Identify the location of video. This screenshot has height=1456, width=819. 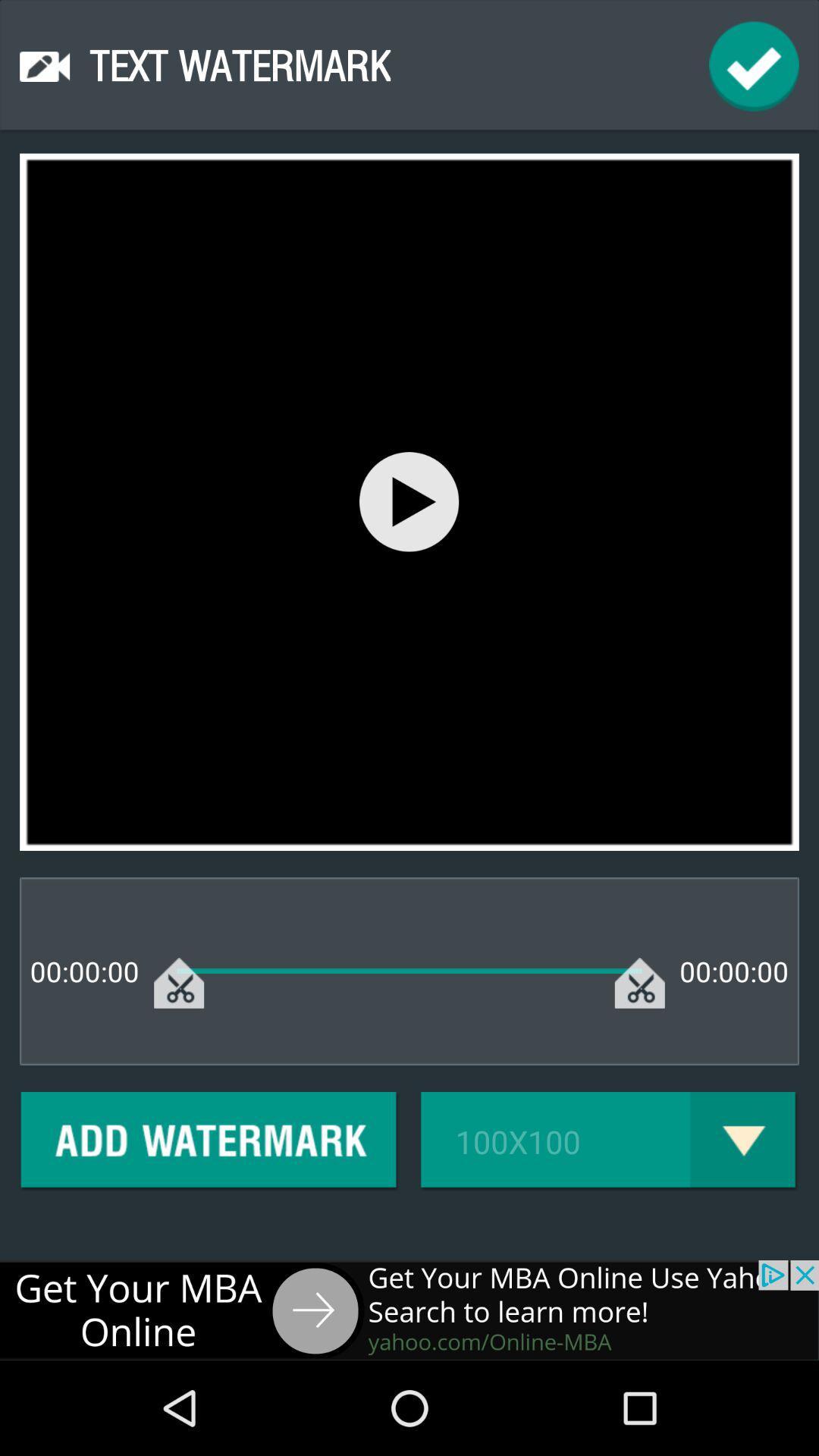
(408, 501).